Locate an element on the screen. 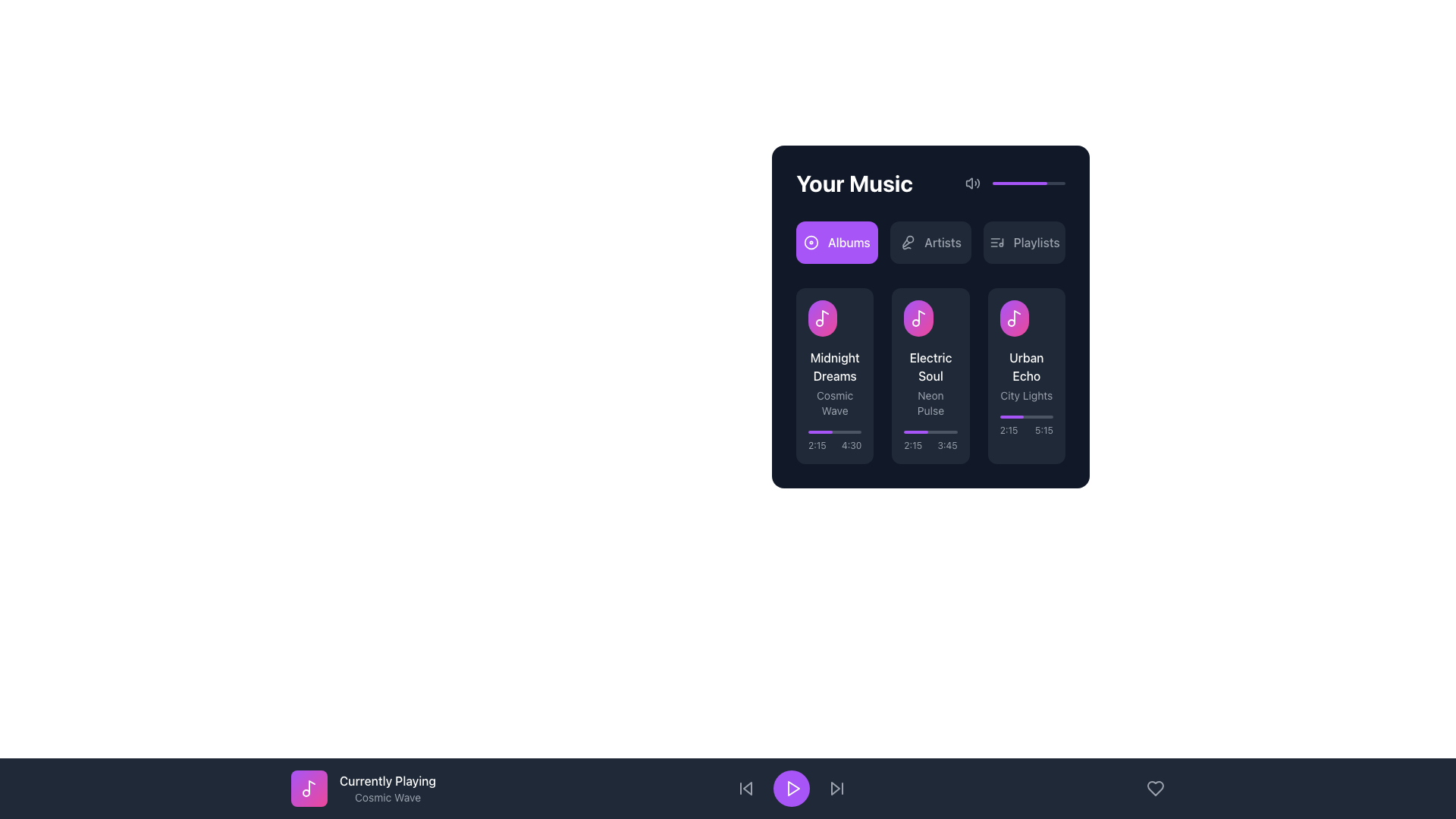 Image resolution: width=1456 pixels, height=819 pixels. the play button located at the bottom center of the media player interface is located at coordinates (790, 788).